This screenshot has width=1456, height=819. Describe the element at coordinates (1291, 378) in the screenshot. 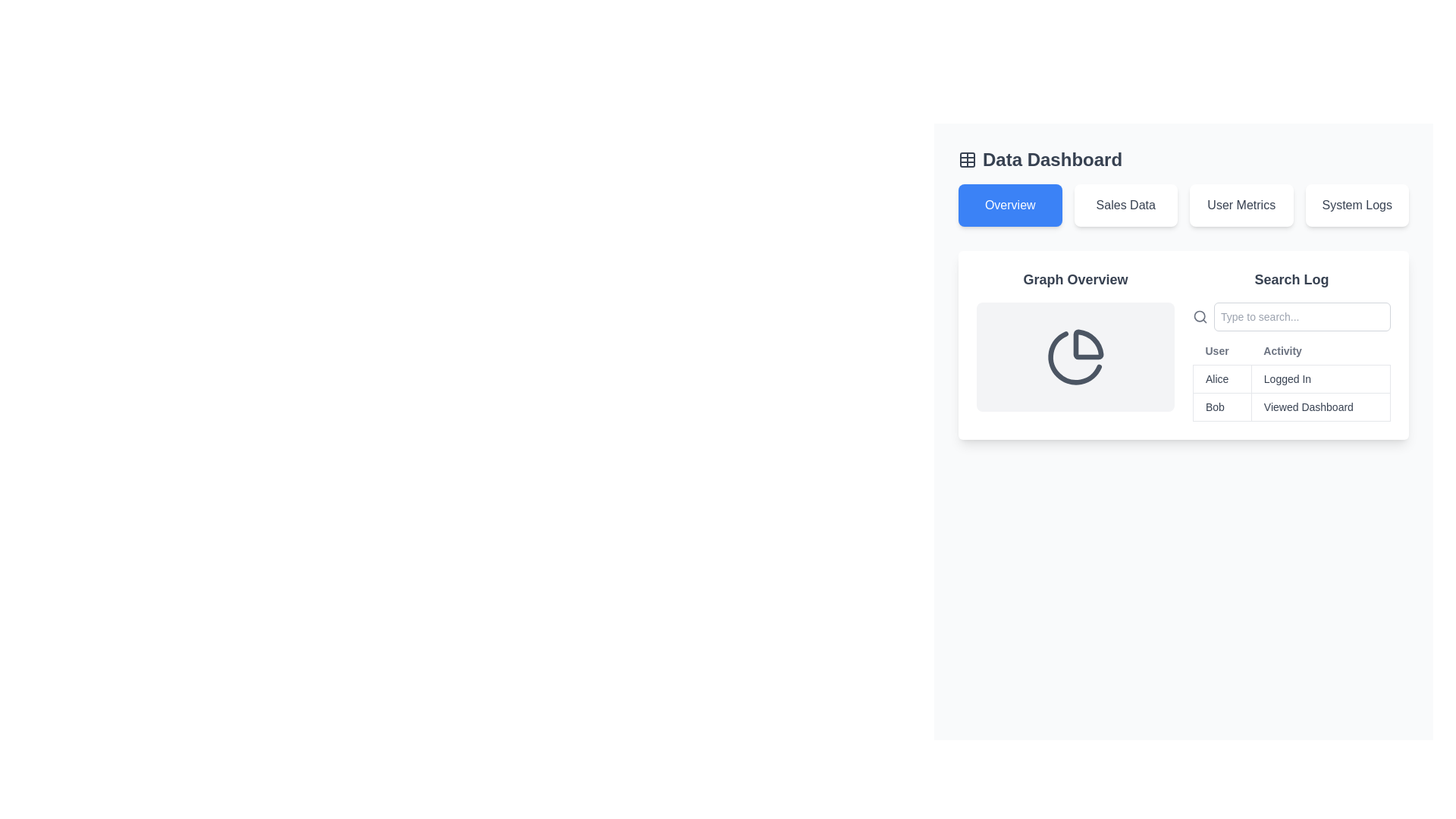

I see `the log entry indicating that user 'Alice' has logged in, located in the 'Search Log' table under the 'Activity' column` at that location.